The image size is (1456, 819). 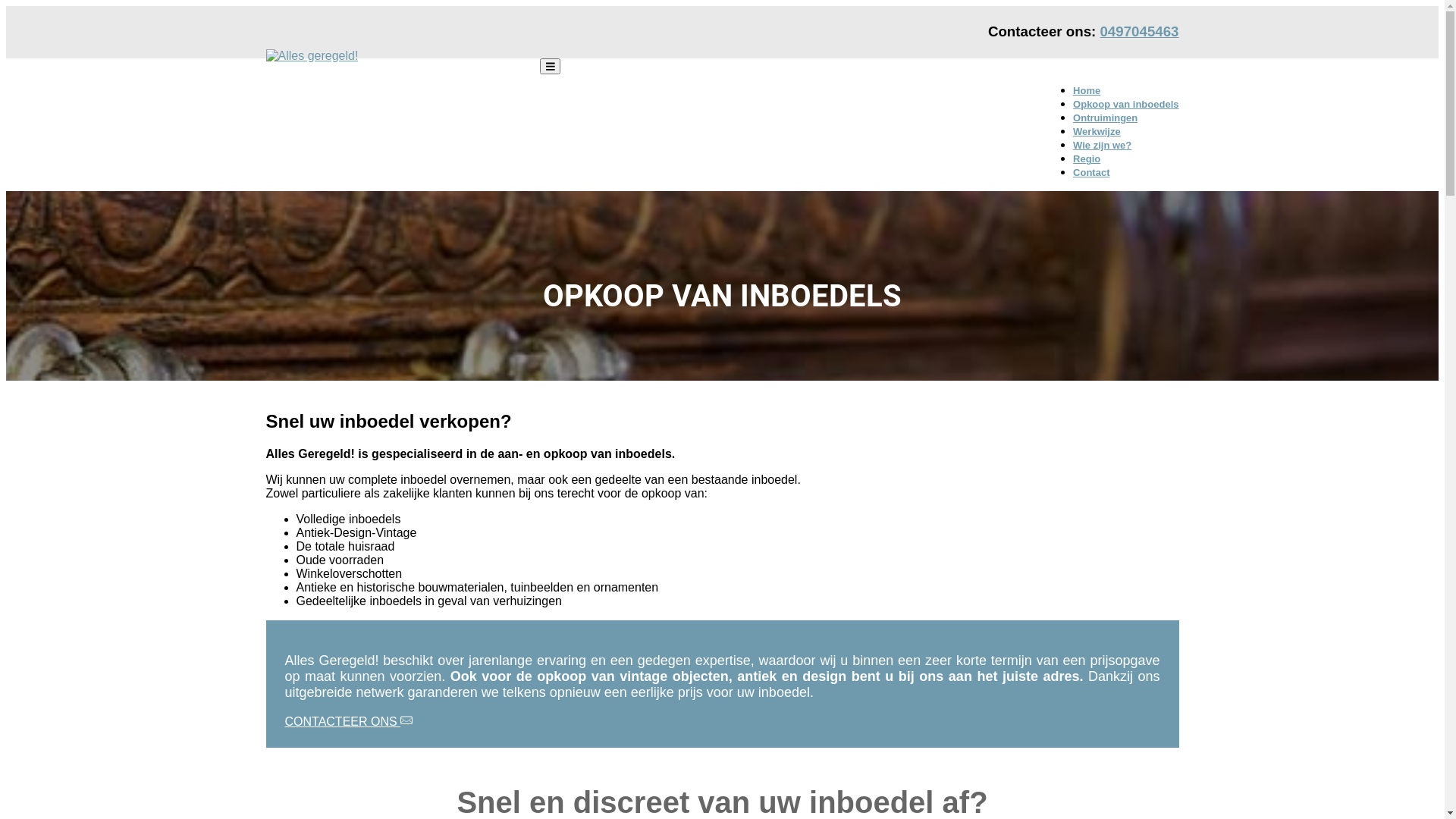 What do you see at coordinates (1139, 31) in the screenshot?
I see `'0497045463'` at bounding box center [1139, 31].